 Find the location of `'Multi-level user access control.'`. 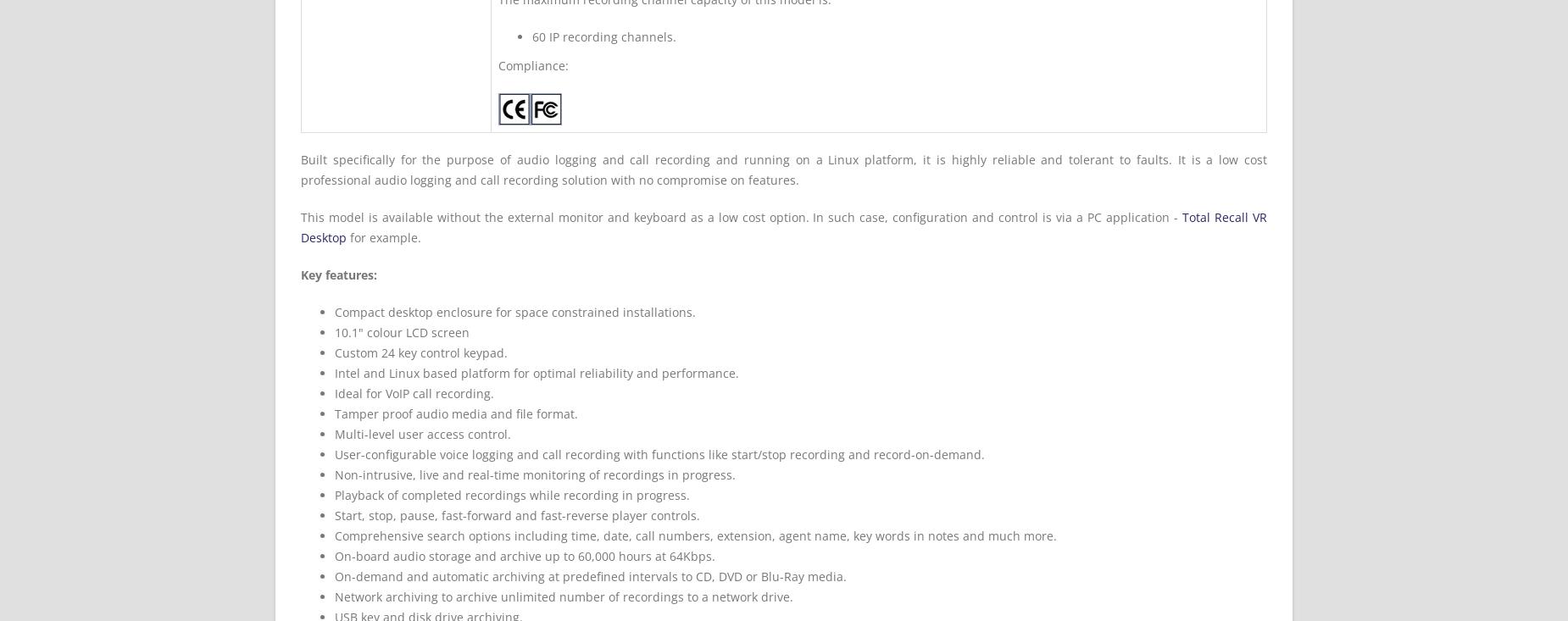

'Multi-level user access control.' is located at coordinates (422, 433).